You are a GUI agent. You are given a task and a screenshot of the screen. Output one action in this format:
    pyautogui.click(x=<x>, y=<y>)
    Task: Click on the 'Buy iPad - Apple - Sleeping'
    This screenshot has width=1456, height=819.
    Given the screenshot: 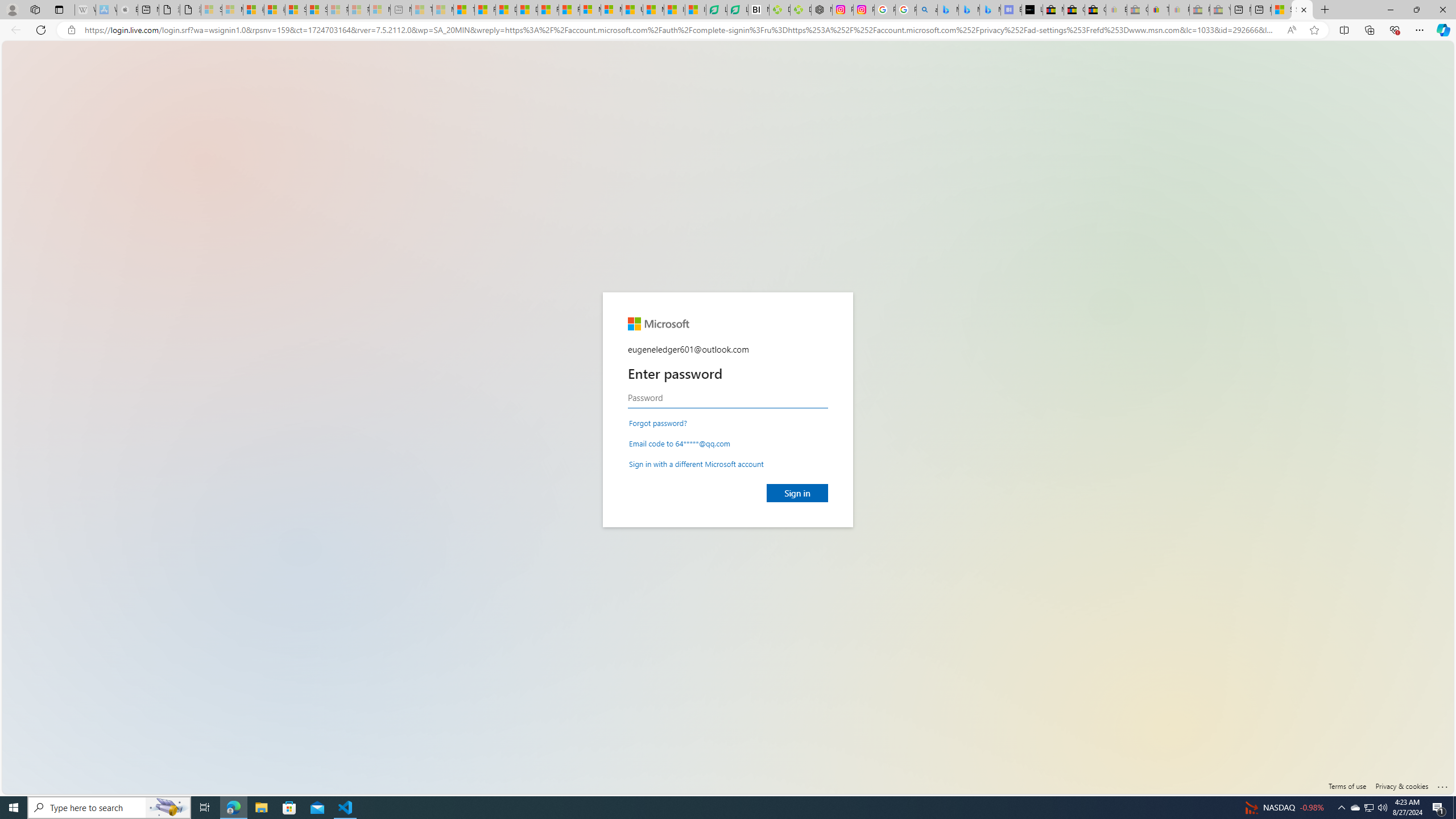 What is the action you would take?
    pyautogui.click(x=127, y=9)
    